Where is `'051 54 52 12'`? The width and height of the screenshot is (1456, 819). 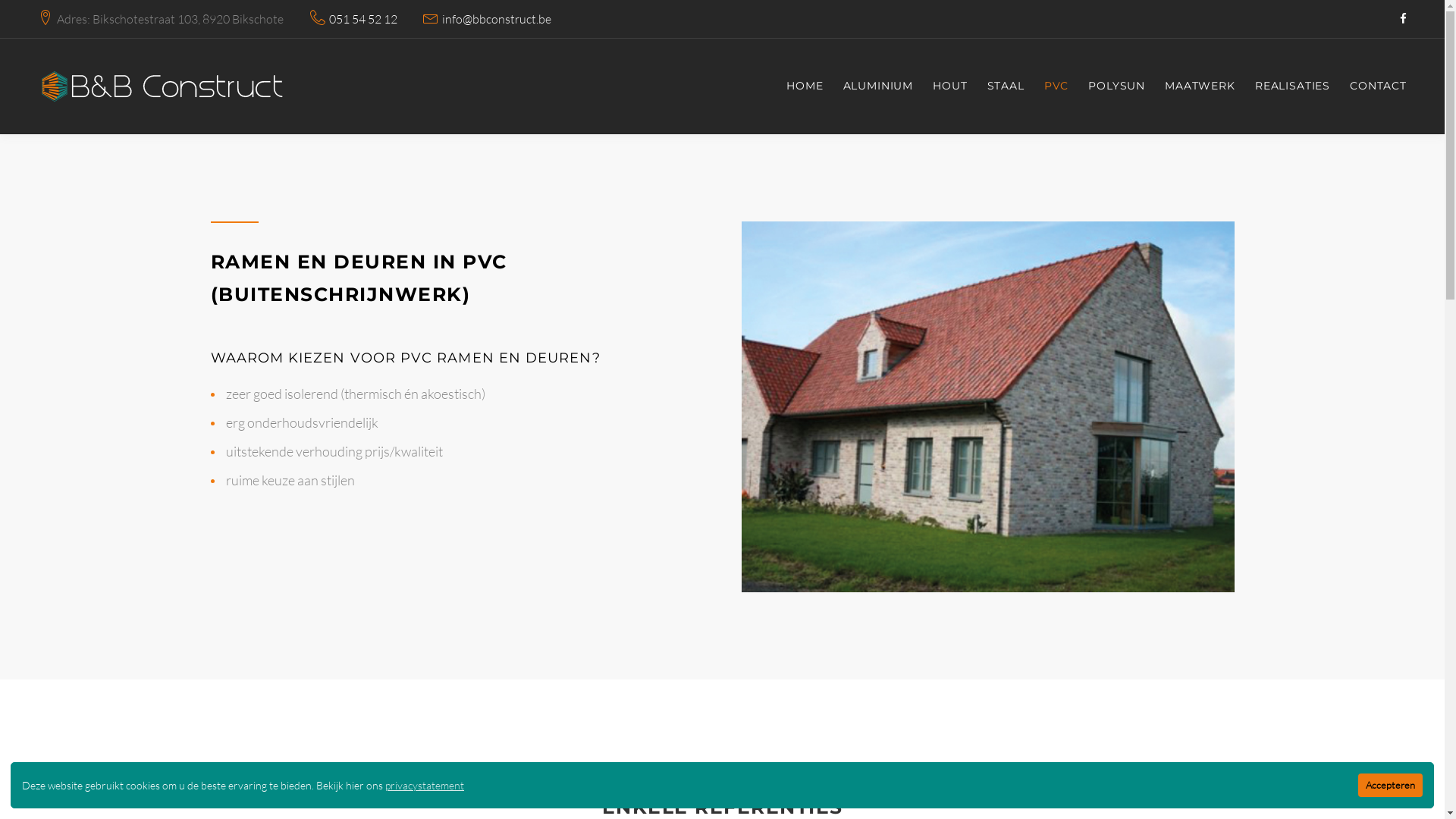
'051 54 52 12' is located at coordinates (362, 19).